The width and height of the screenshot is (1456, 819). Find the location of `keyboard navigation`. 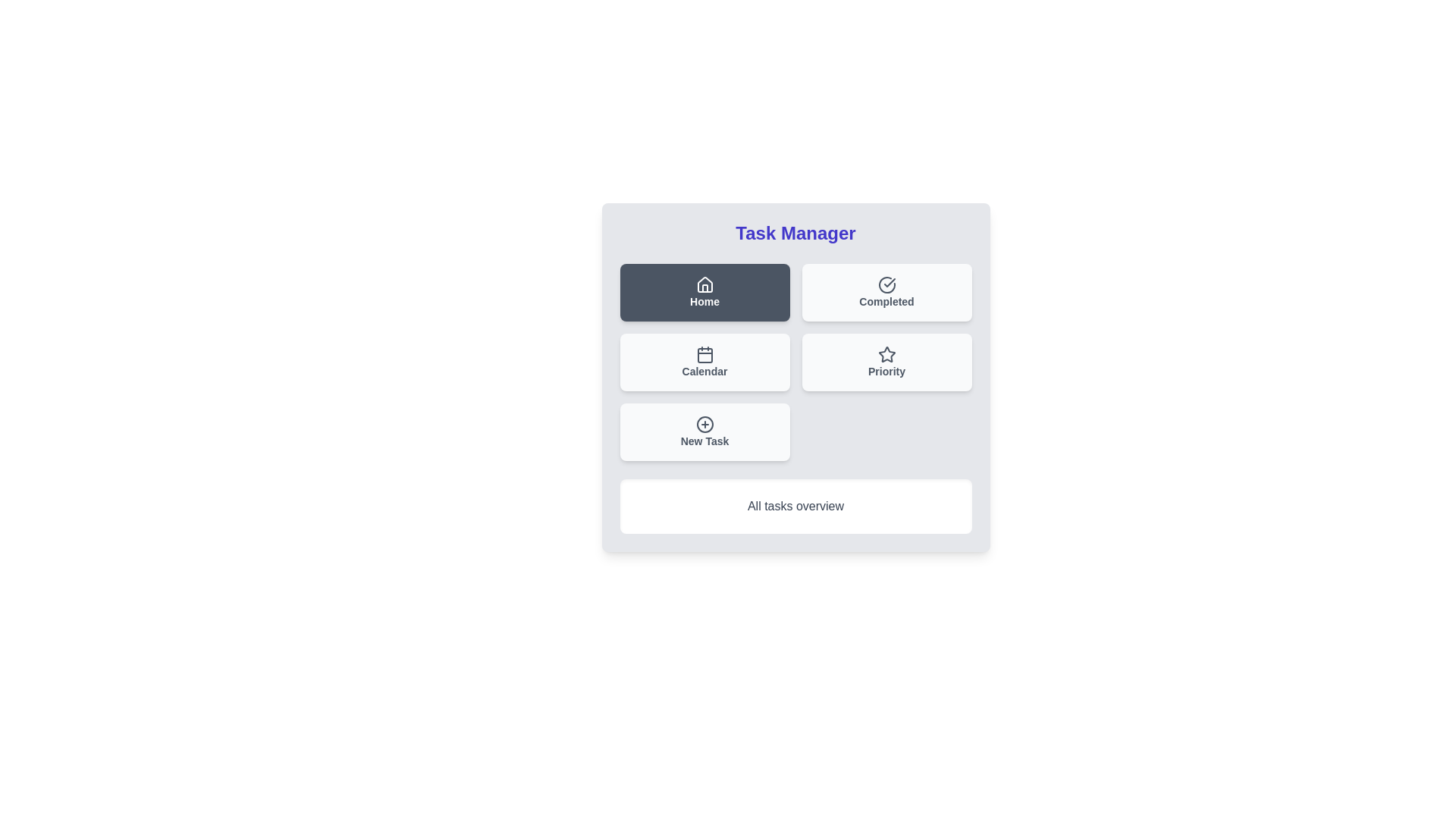

keyboard navigation is located at coordinates (704, 432).